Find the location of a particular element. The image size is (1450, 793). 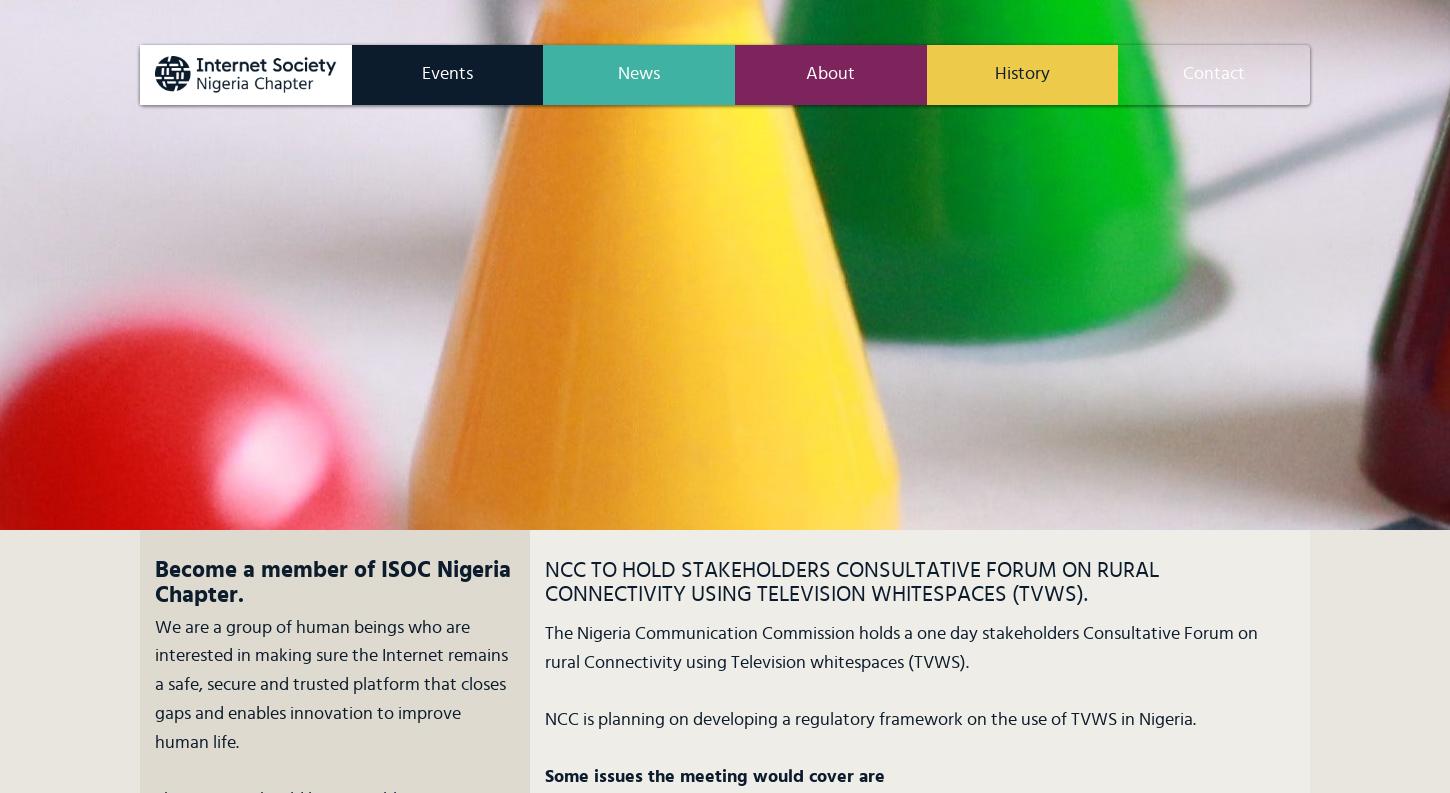

'NCC is planning on developing a regulatory framework on the  use of TVWS in Nigeria.' is located at coordinates (868, 718).